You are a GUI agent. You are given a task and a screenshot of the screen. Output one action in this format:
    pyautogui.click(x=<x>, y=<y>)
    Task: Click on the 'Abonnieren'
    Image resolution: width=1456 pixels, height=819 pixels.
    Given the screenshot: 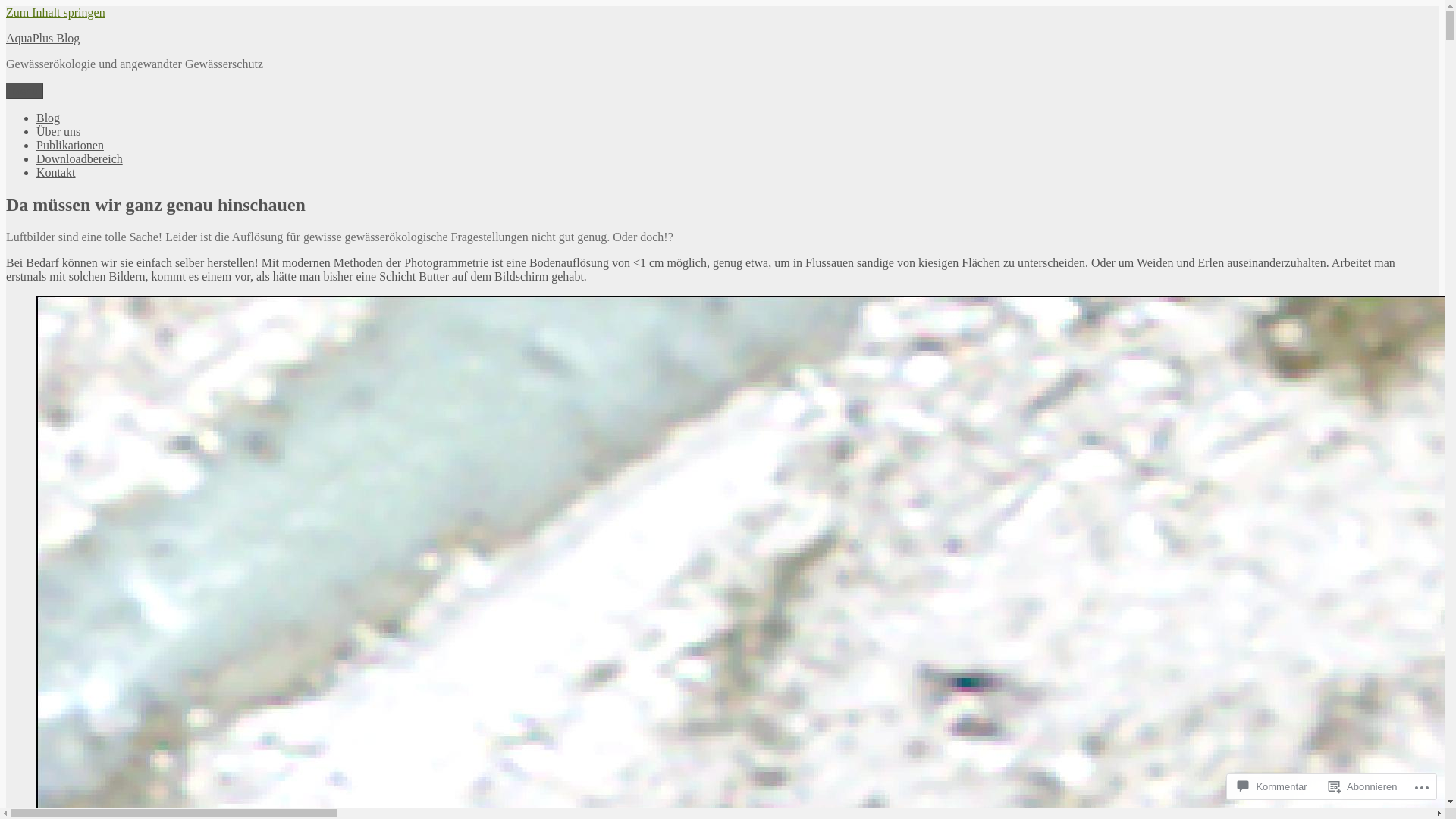 What is the action you would take?
    pyautogui.click(x=1363, y=786)
    